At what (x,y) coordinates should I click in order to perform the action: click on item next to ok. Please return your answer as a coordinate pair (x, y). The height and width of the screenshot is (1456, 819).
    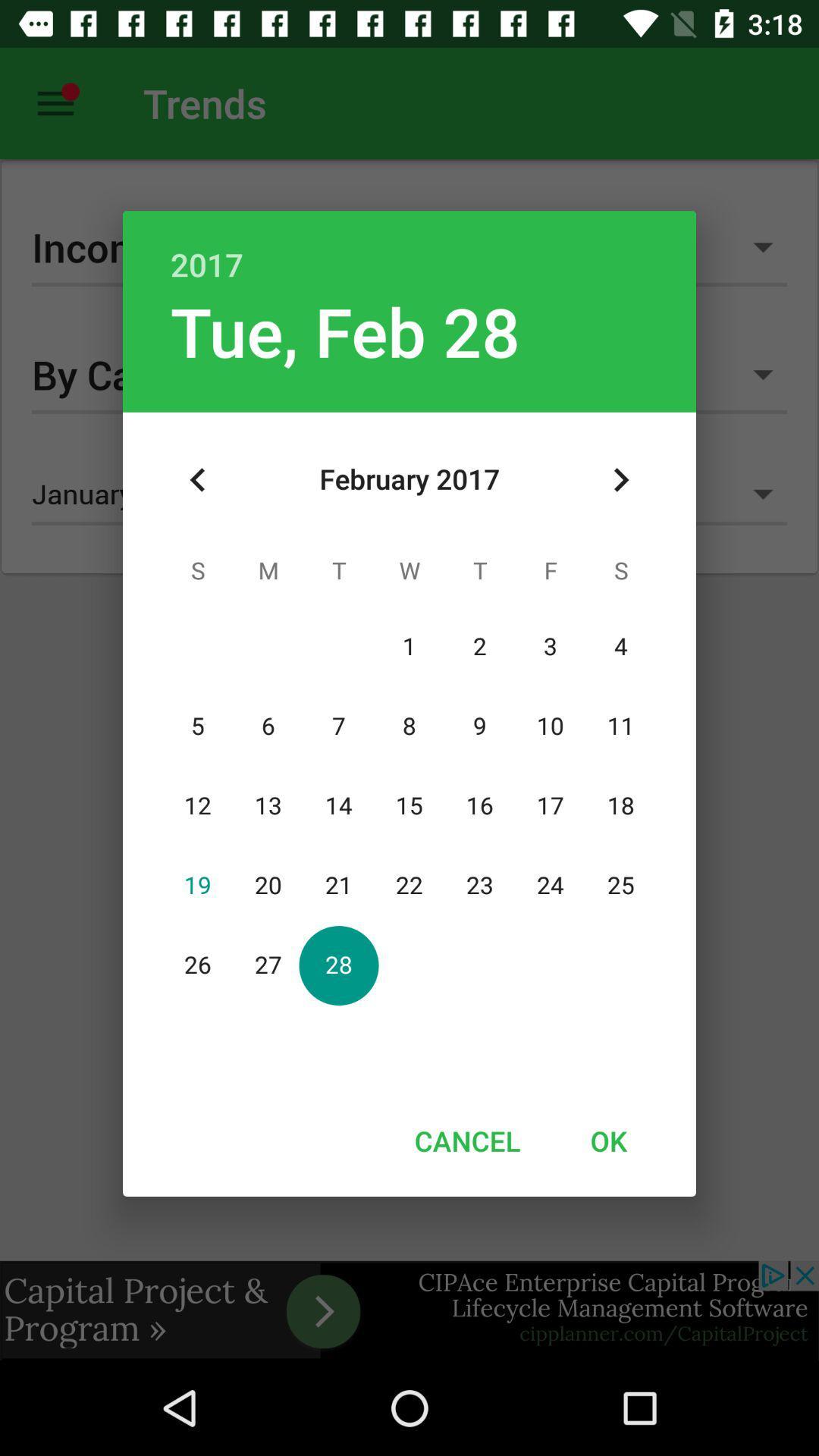
    Looking at the image, I should click on (466, 1141).